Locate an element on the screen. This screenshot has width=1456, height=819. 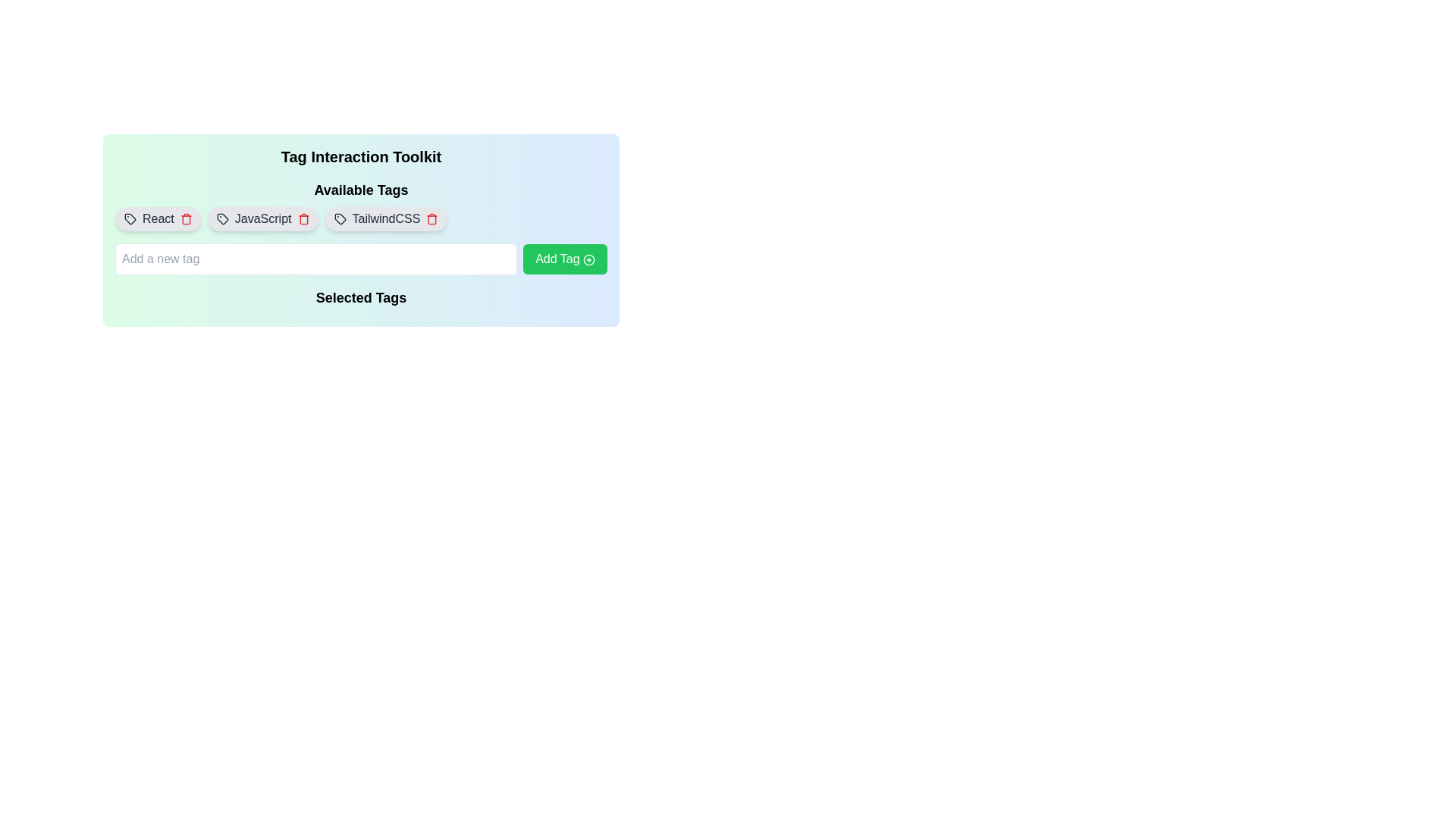
the trash can icon button located at the far right of the 'TailwindCSS' tag is located at coordinates (431, 219).